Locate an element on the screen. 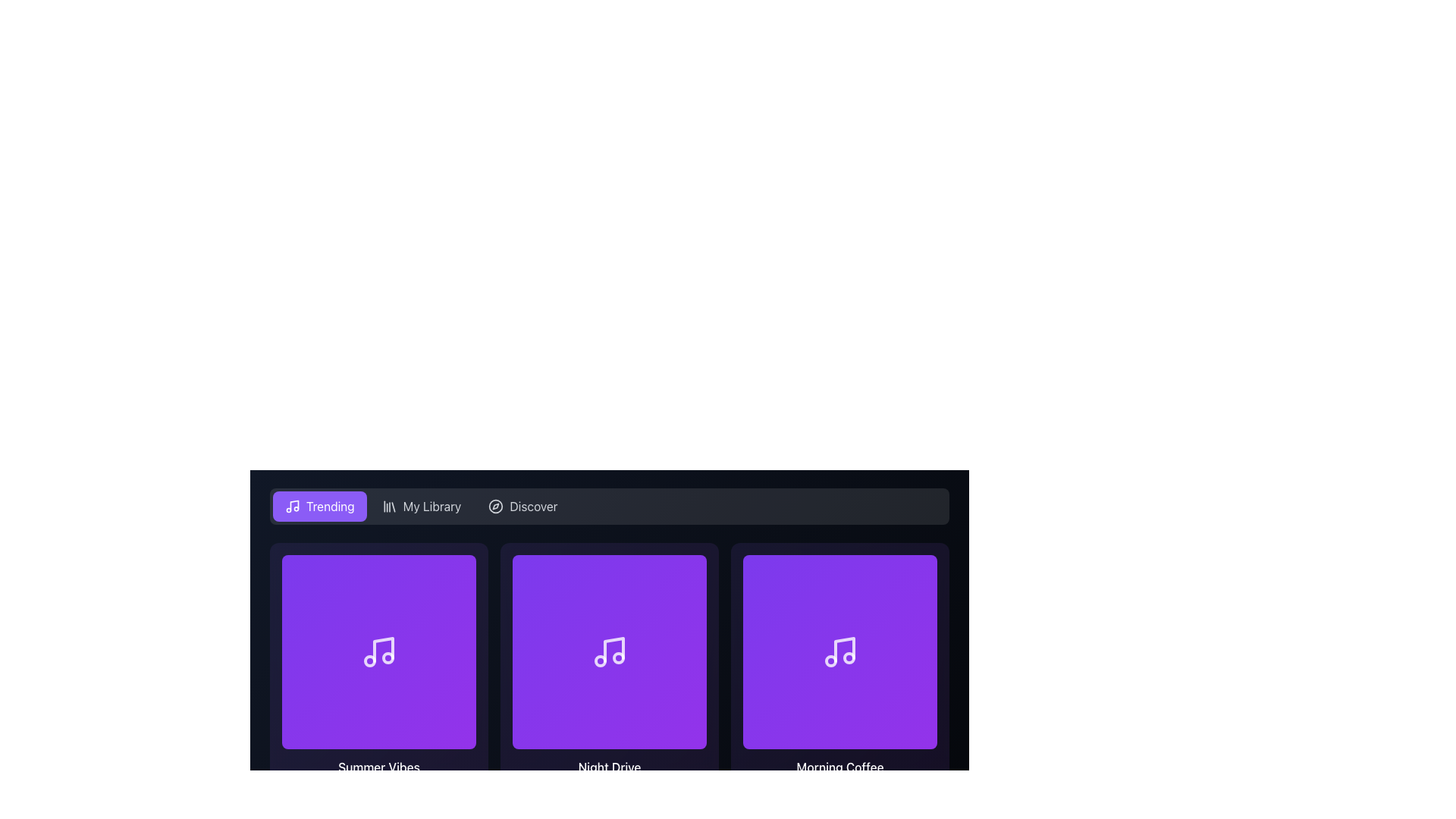 This screenshot has width=1456, height=819. the 'My Library' icon located in the navigation bar at the top of the interface is located at coordinates (389, 506).